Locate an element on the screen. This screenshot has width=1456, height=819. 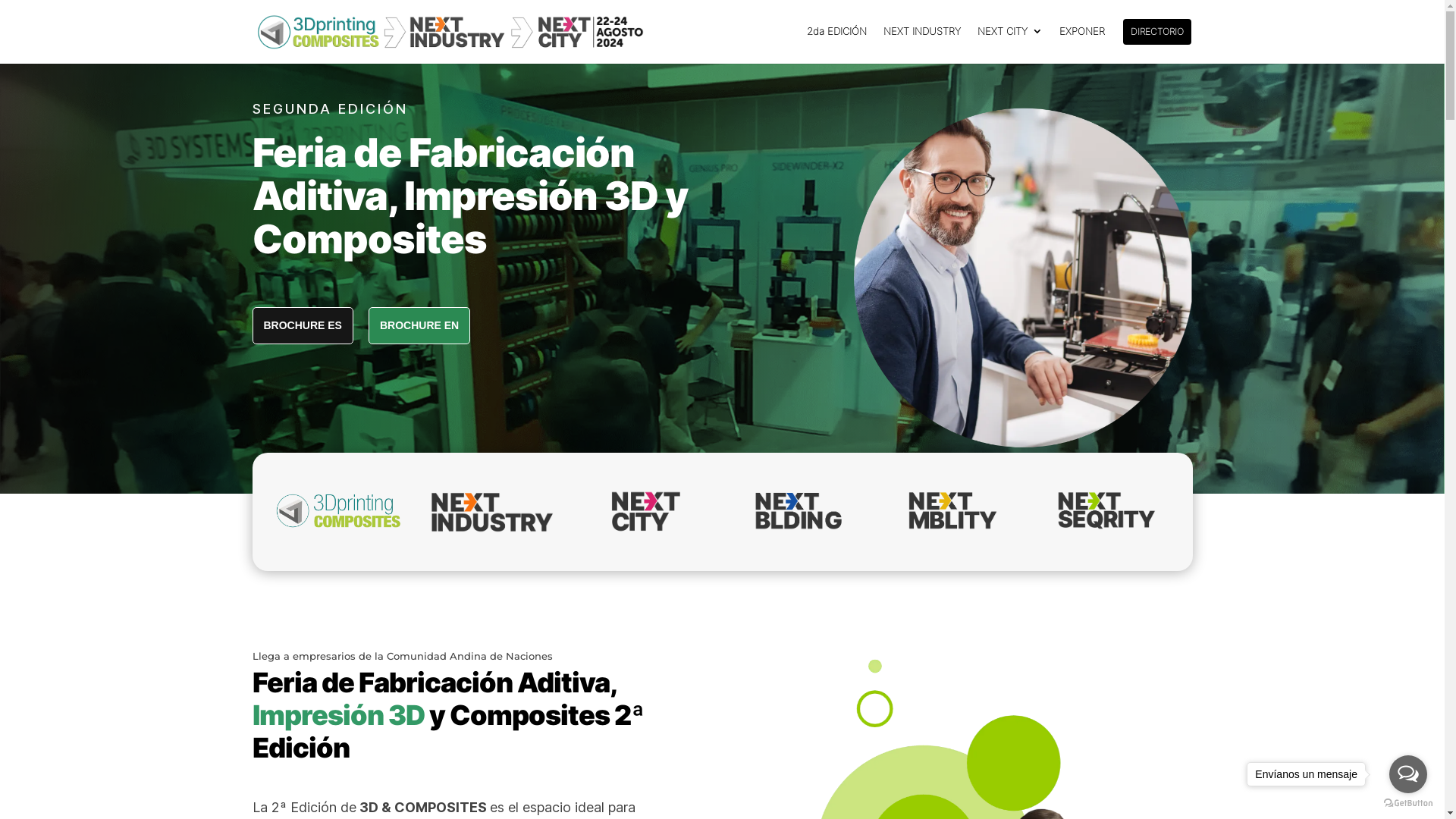
'EXPONER' is located at coordinates (1080, 42).